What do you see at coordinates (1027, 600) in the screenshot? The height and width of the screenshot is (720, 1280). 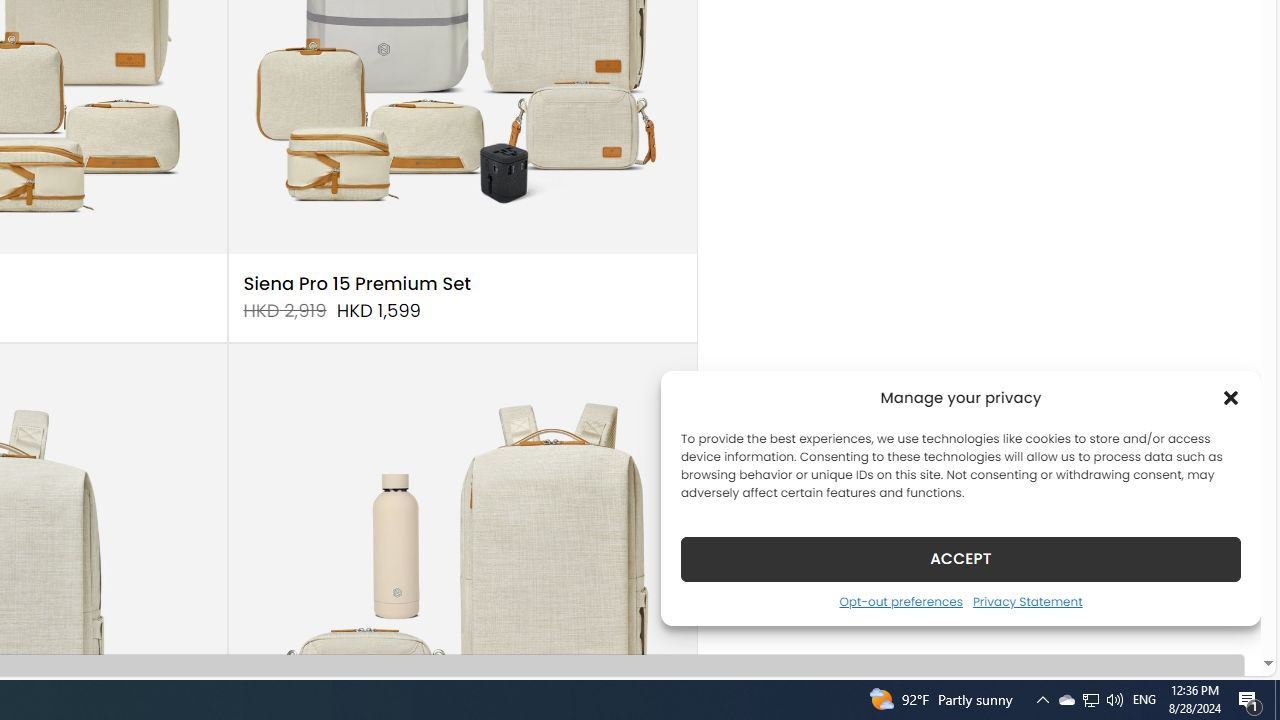 I see `'Privacy Statement'` at bounding box center [1027, 600].